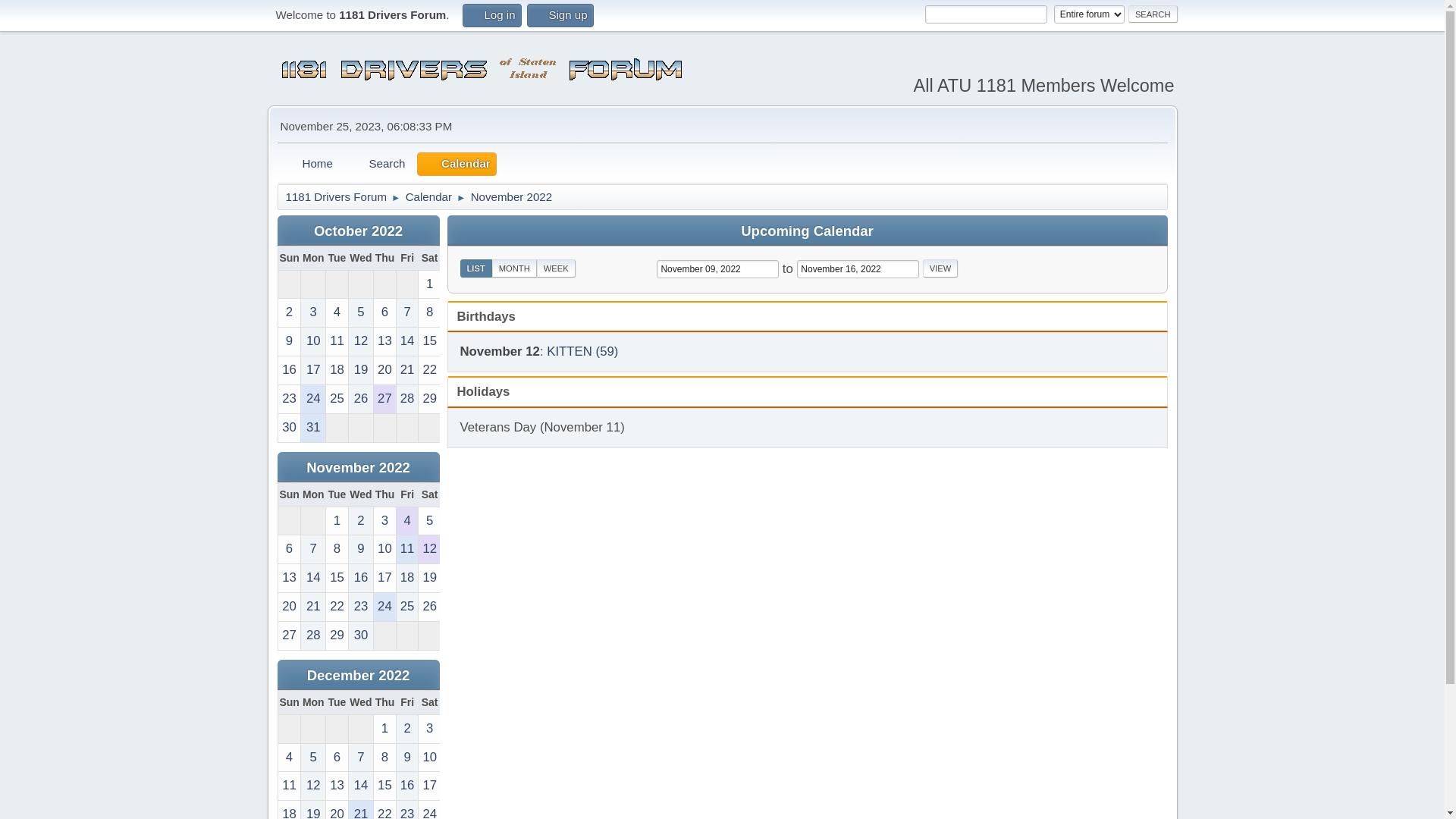  What do you see at coordinates (407, 549) in the screenshot?
I see `'11'` at bounding box center [407, 549].